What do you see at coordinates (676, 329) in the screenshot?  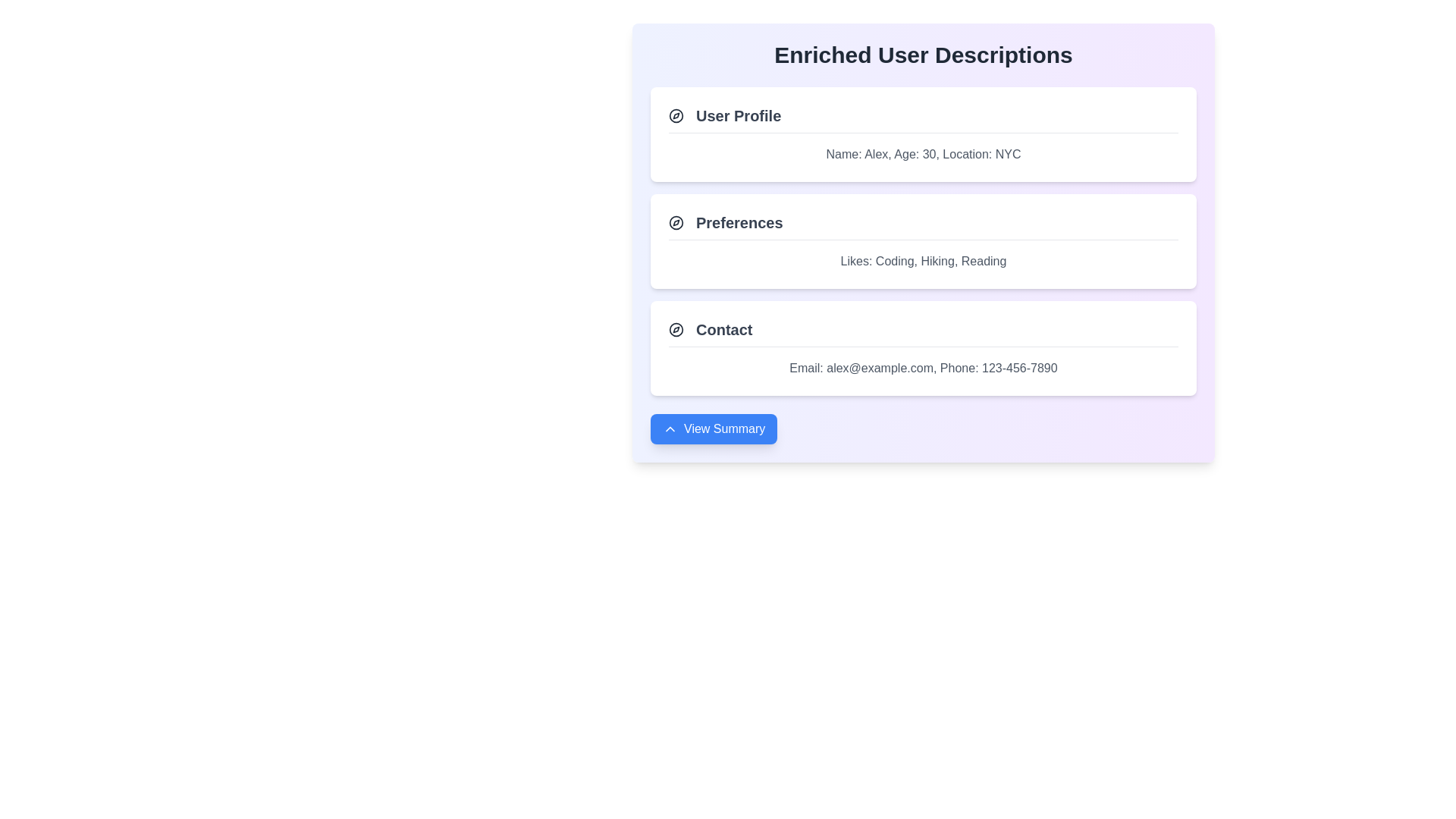 I see `the SVG circle element that is part of a compass graphic, positioned next to the 'Contact' heading` at bounding box center [676, 329].